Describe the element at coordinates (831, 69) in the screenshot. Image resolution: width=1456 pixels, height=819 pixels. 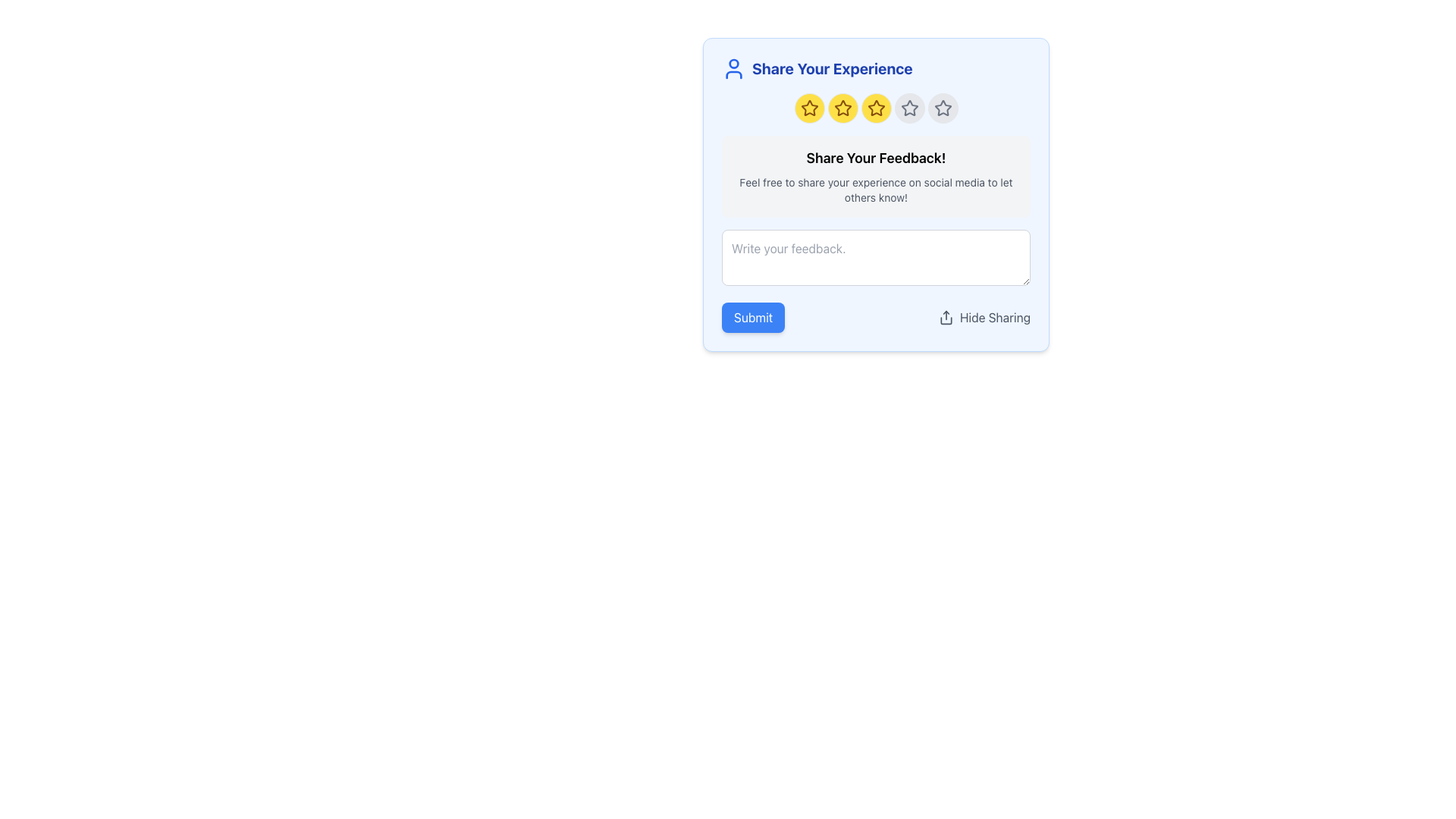
I see `the bold, extra-large text label 'Share Your Experience' which is styled in blue and positioned above the rating stars, adjacent to a user avatar icon` at that location.